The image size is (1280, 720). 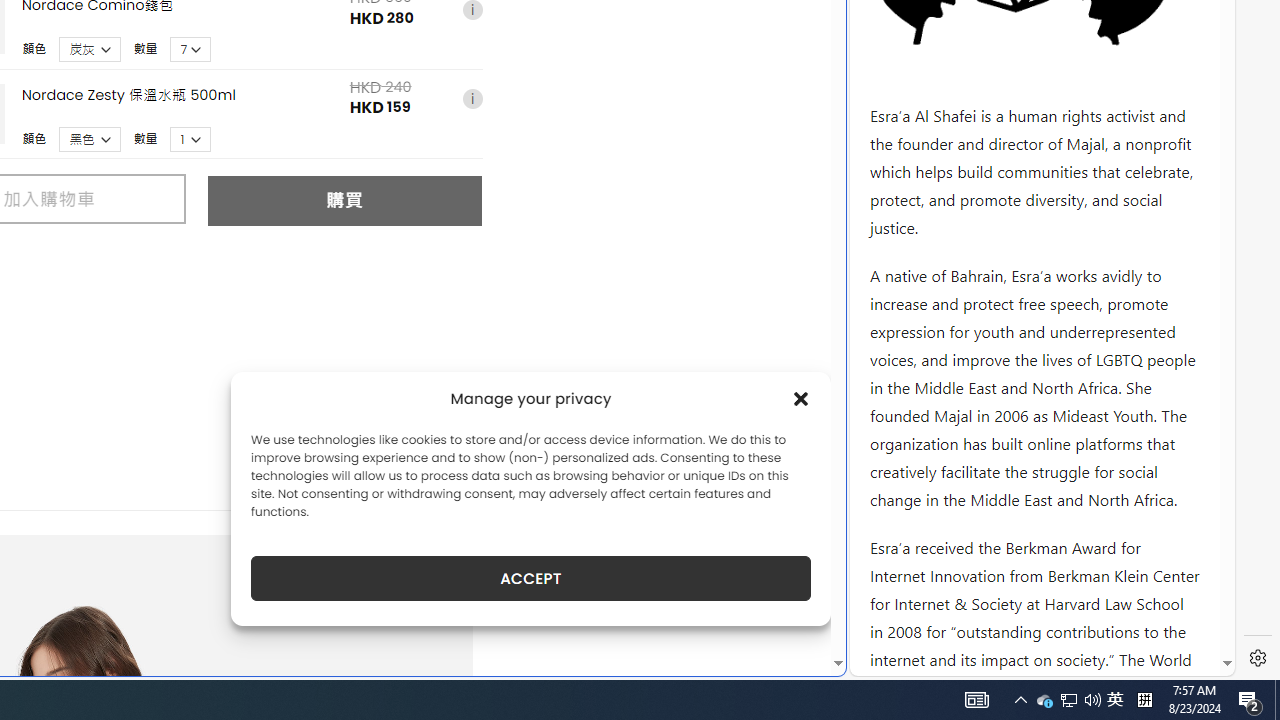 What do you see at coordinates (801, 398) in the screenshot?
I see `'Class: cmplz-close'` at bounding box center [801, 398].